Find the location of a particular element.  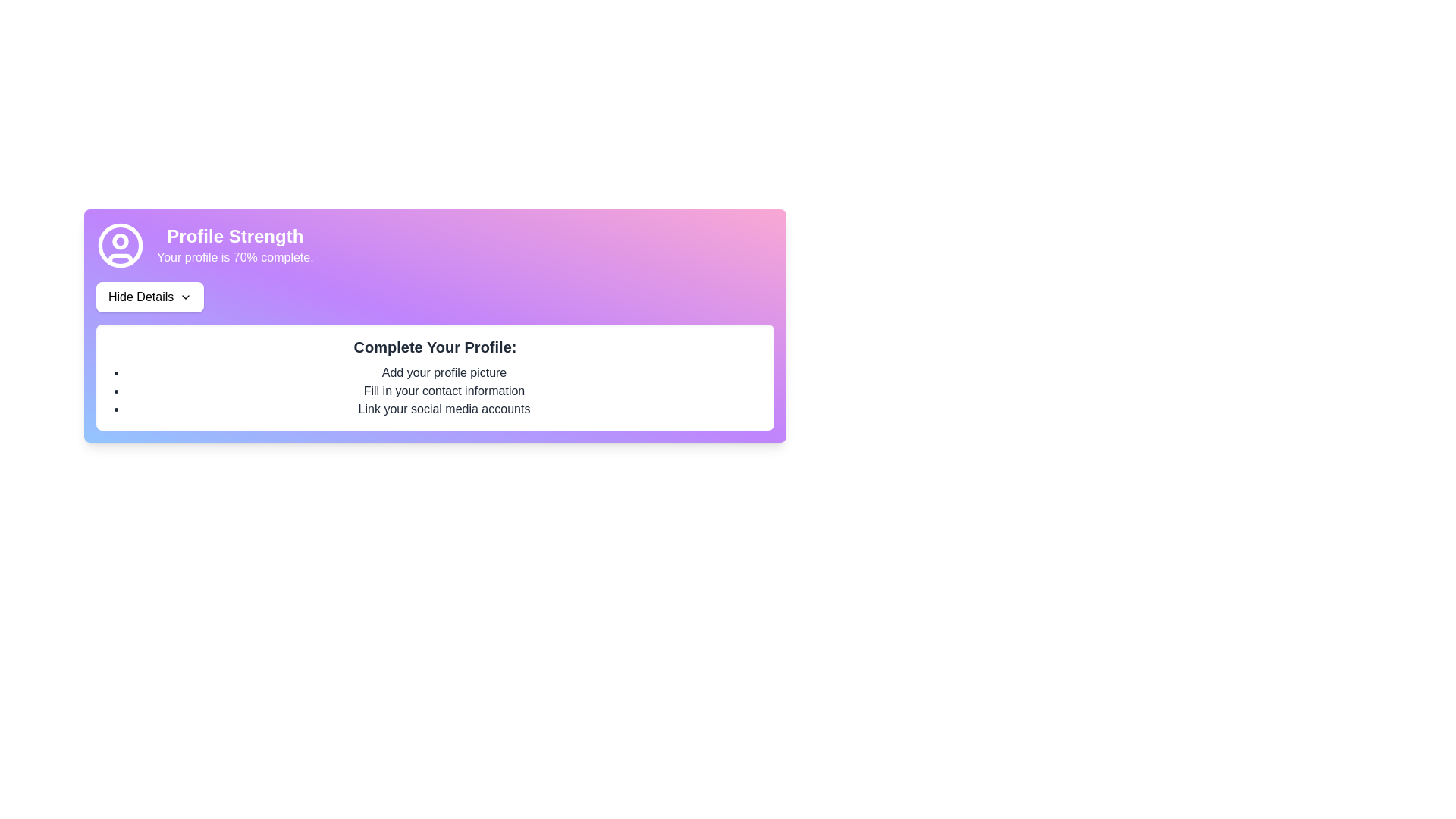

the button that toggles the visibility of the profile details located beneath 'Your profile is 70% complete.' in the 'Profile Strength' card is located at coordinates (150, 297).